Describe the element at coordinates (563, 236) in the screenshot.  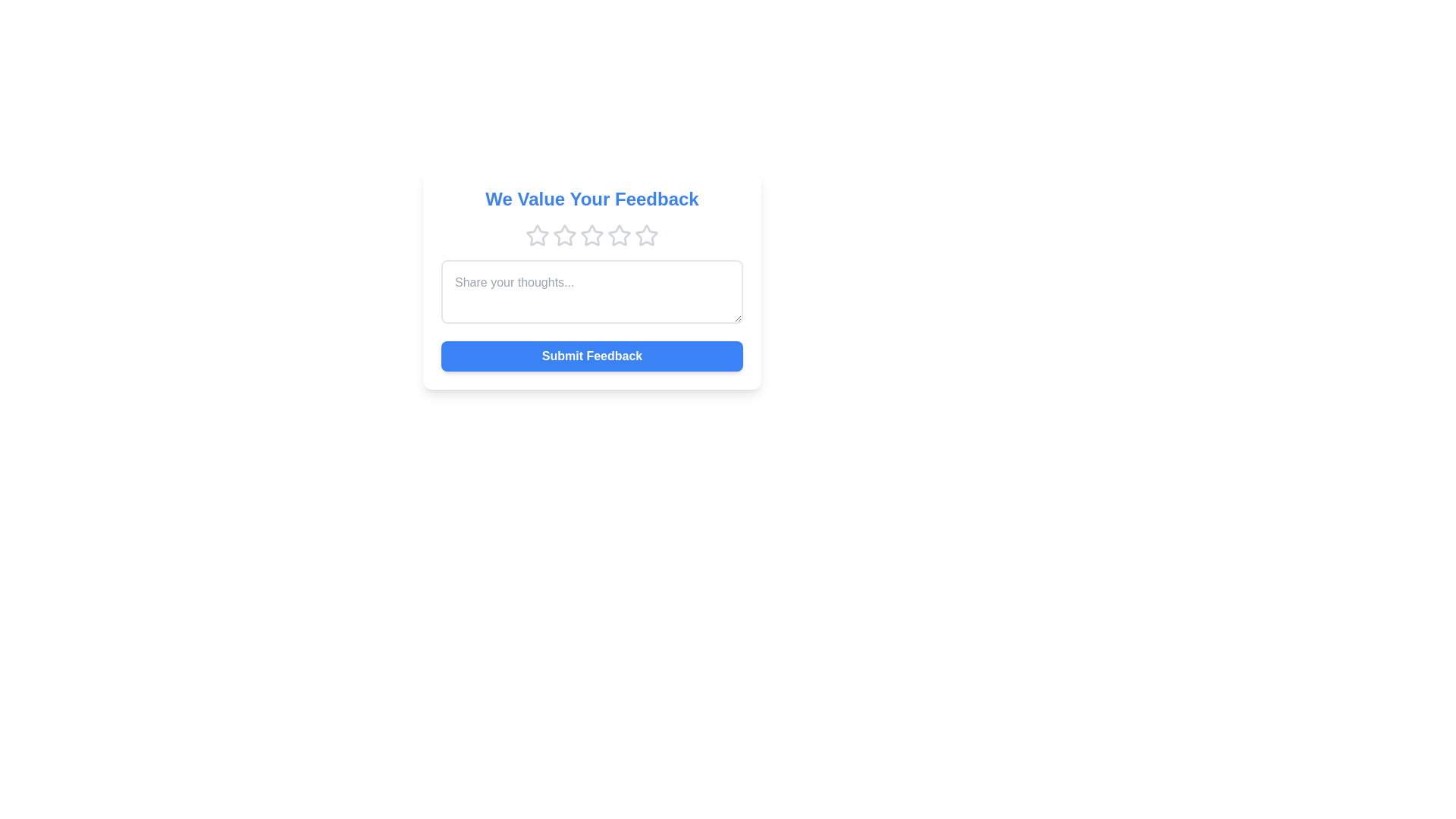
I see `the star corresponding to the desired rating 2` at that location.